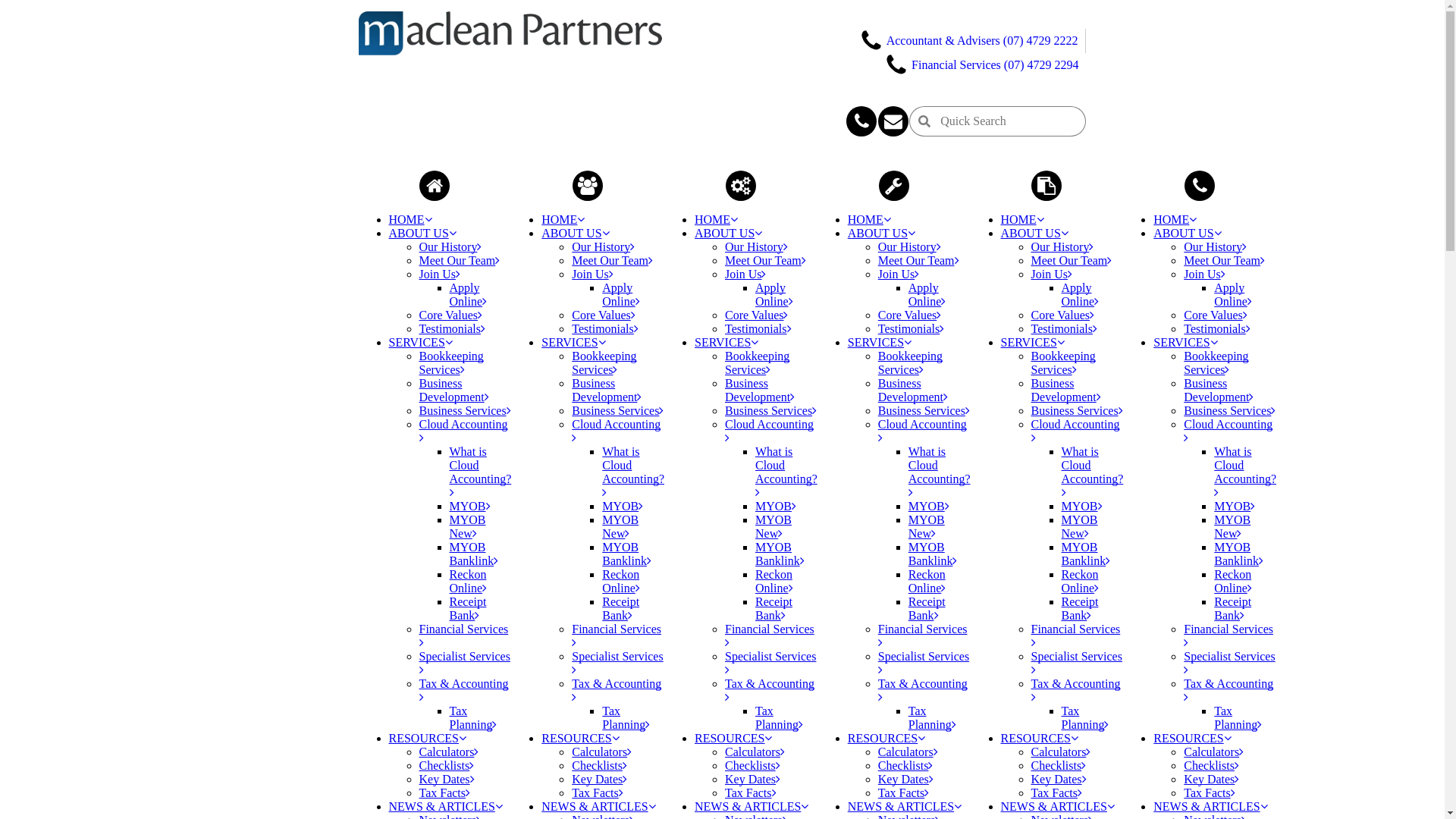 The height and width of the screenshot is (819, 1456). I want to click on 'Business Development', so click(570, 389).